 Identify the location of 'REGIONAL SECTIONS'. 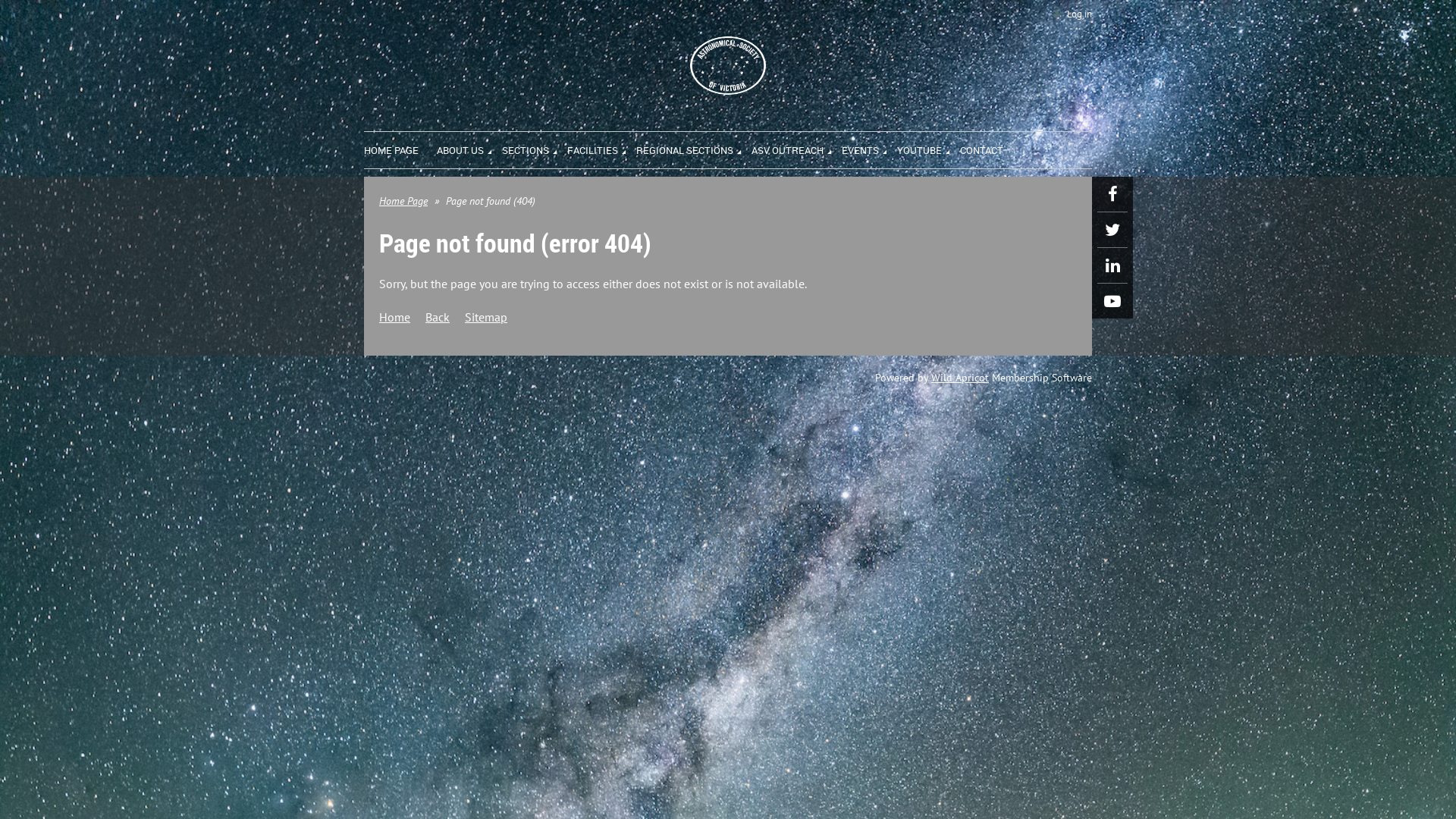
(693, 148).